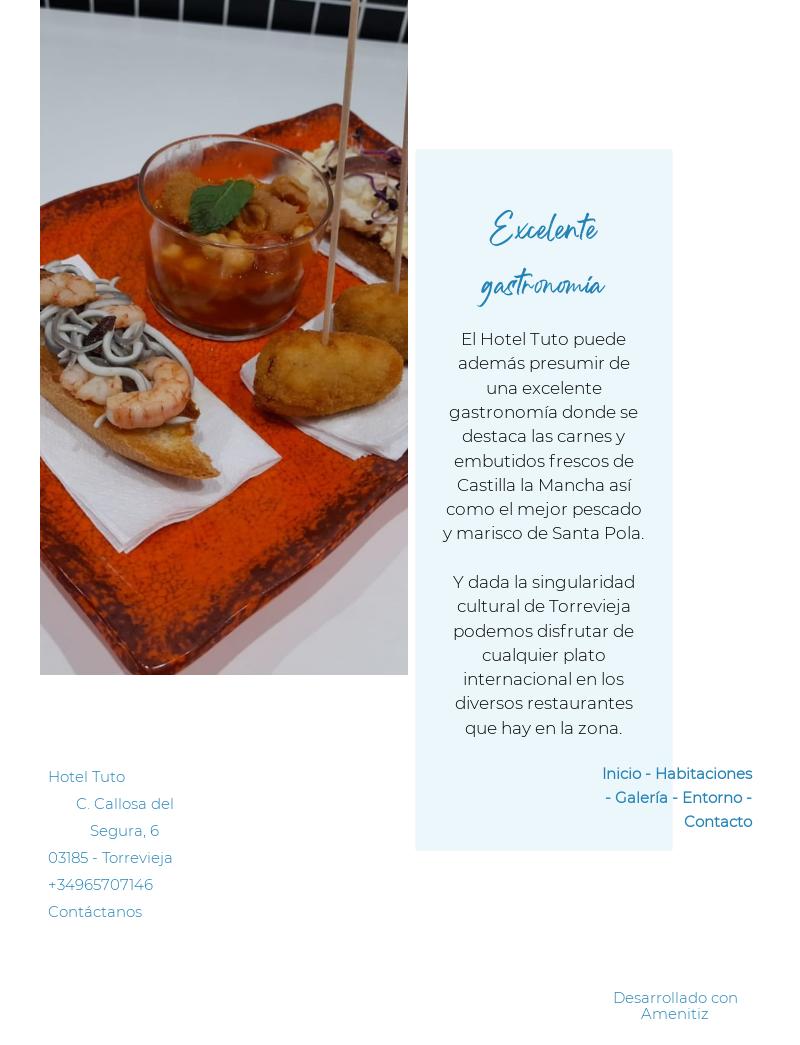 The image size is (800, 1045). What do you see at coordinates (123, 815) in the screenshot?
I see `'C. Callosa del Segura, 6'` at bounding box center [123, 815].